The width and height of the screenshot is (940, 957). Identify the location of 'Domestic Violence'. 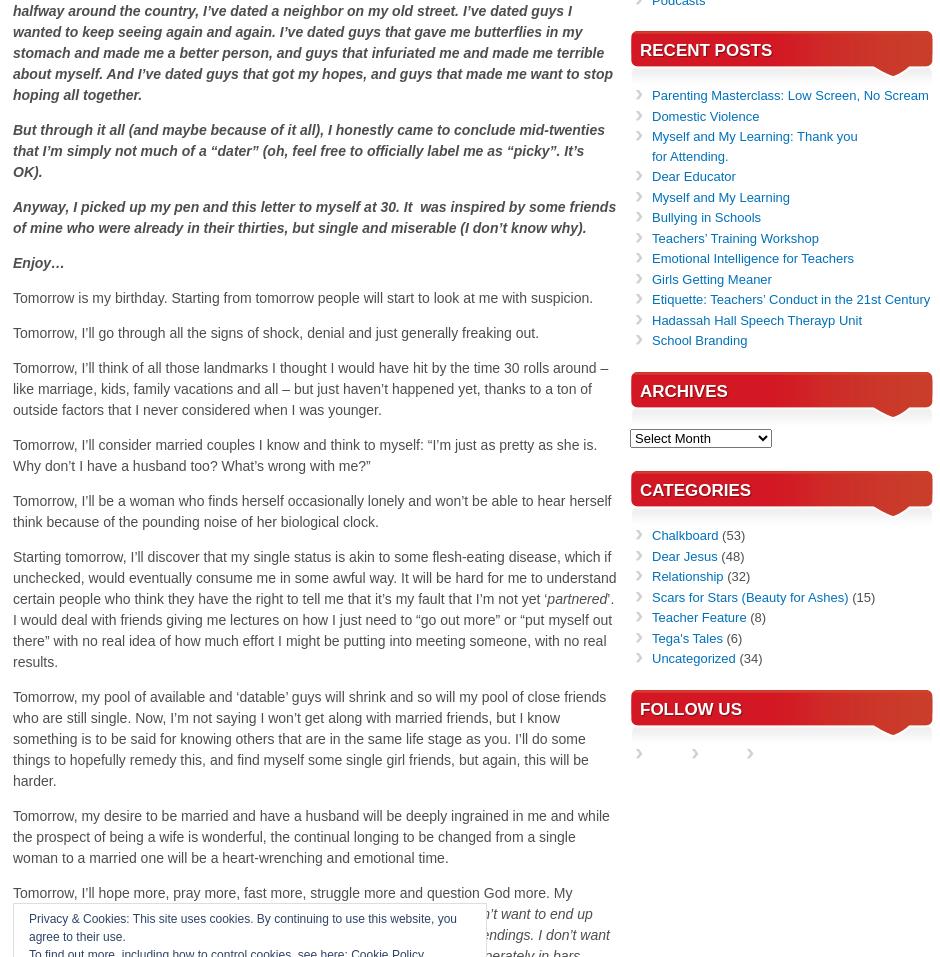
(705, 115).